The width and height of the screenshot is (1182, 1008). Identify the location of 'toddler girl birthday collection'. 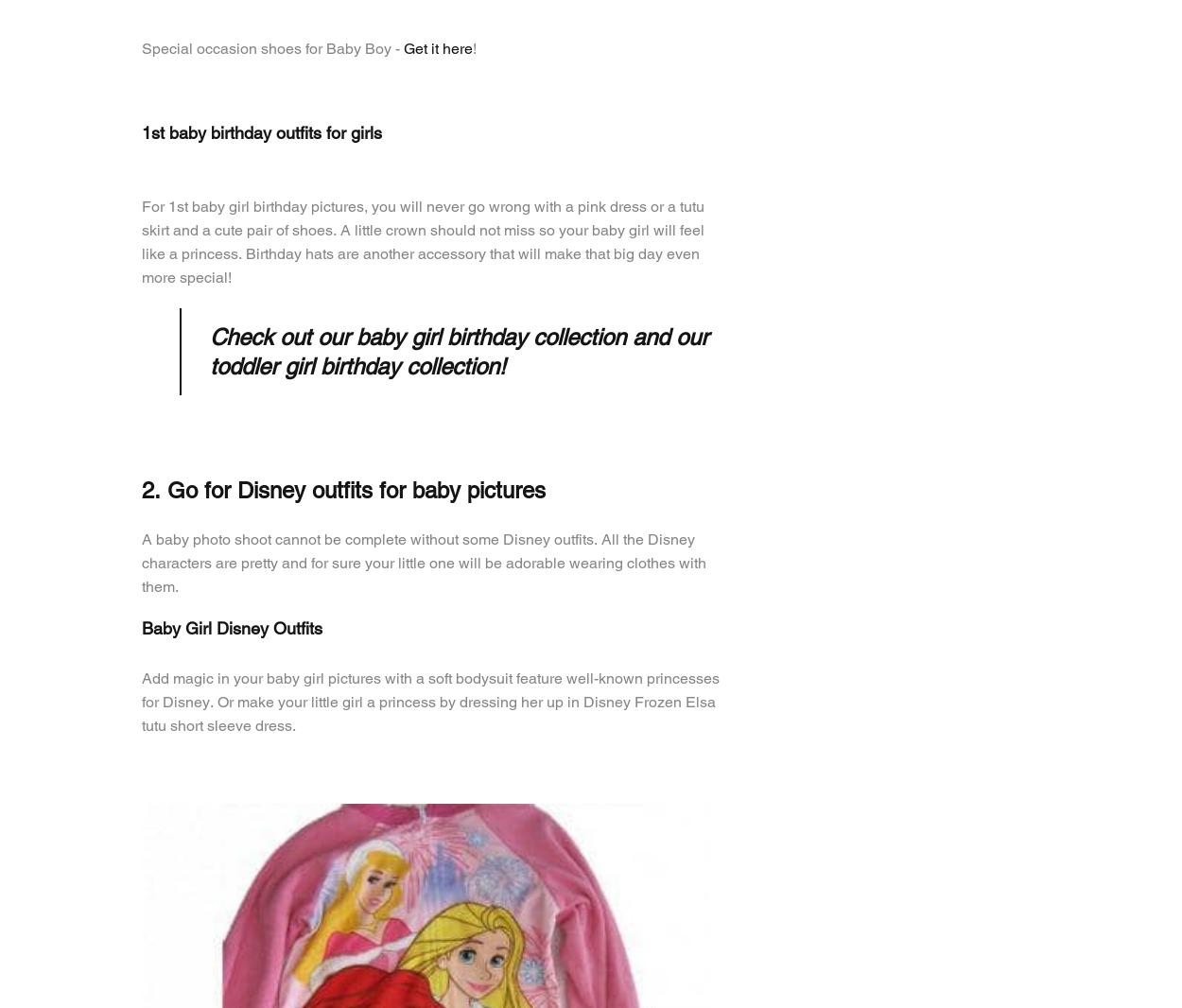
(355, 365).